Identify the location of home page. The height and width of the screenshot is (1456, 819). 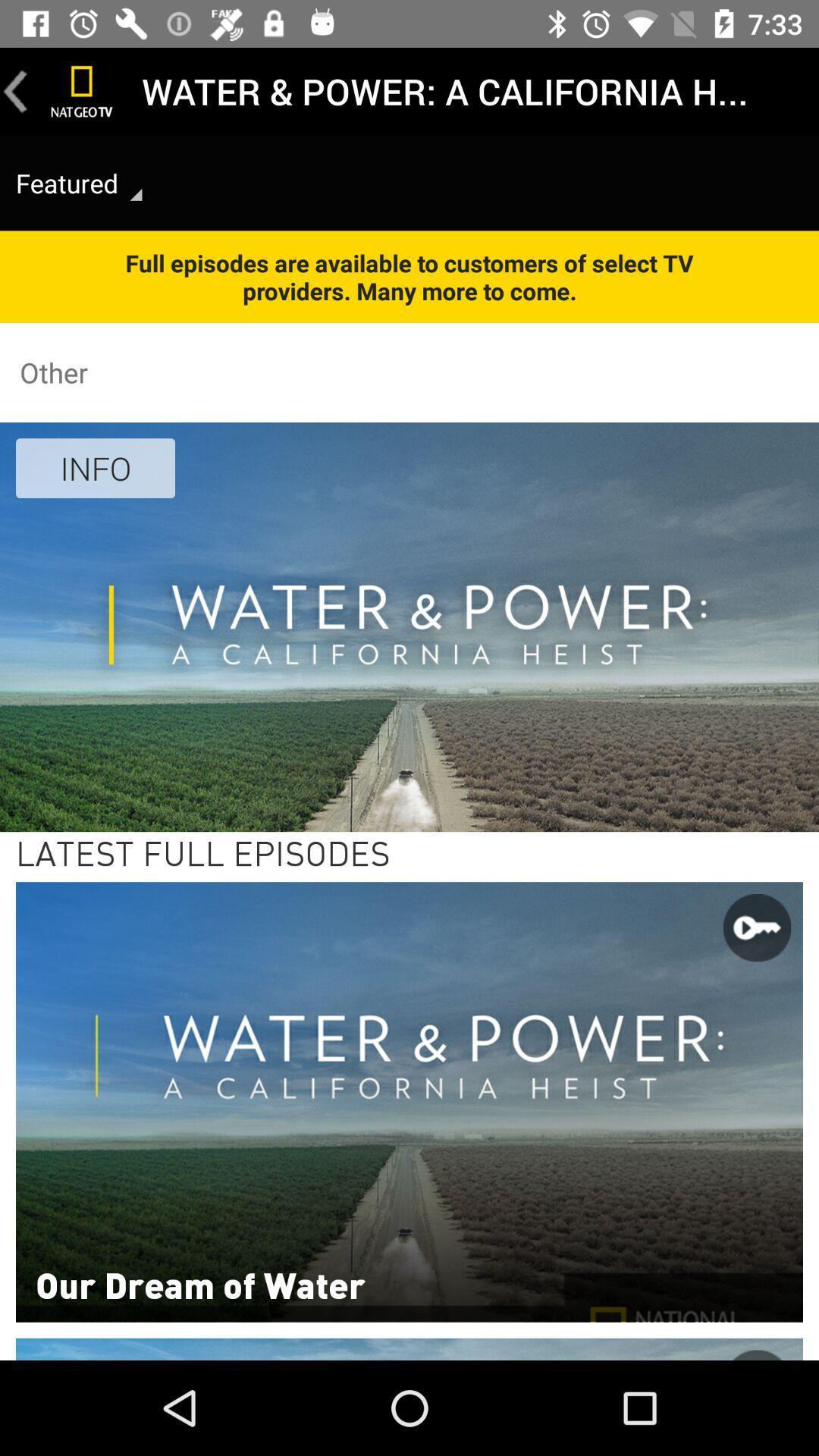
(82, 90).